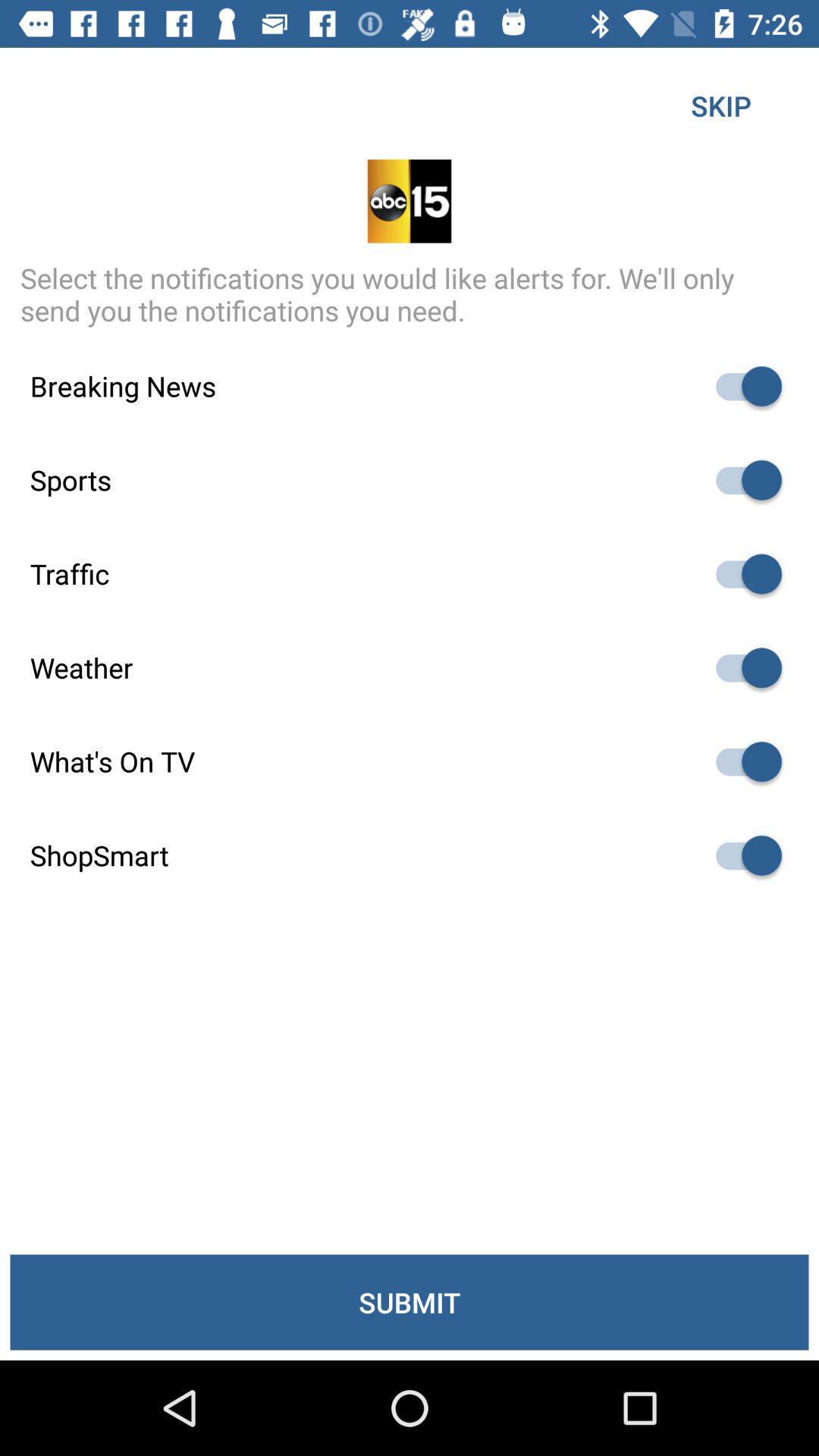 This screenshot has height=1456, width=819. Describe the element at coordinates (741, 761) in the screenshot. I see `tv guide option` at that location.